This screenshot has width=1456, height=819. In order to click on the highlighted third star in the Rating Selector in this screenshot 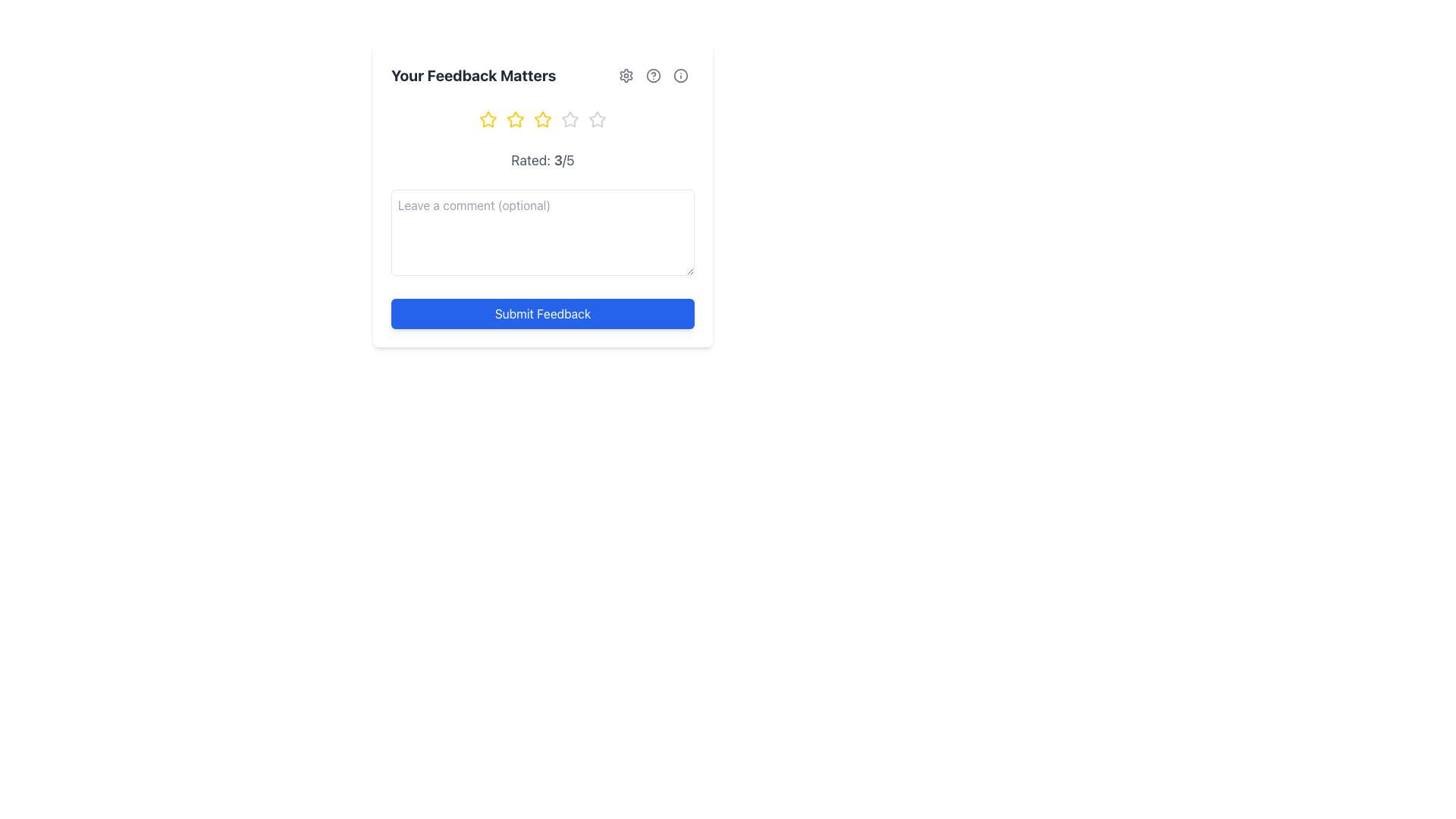, I will do `click(542, 119)`.